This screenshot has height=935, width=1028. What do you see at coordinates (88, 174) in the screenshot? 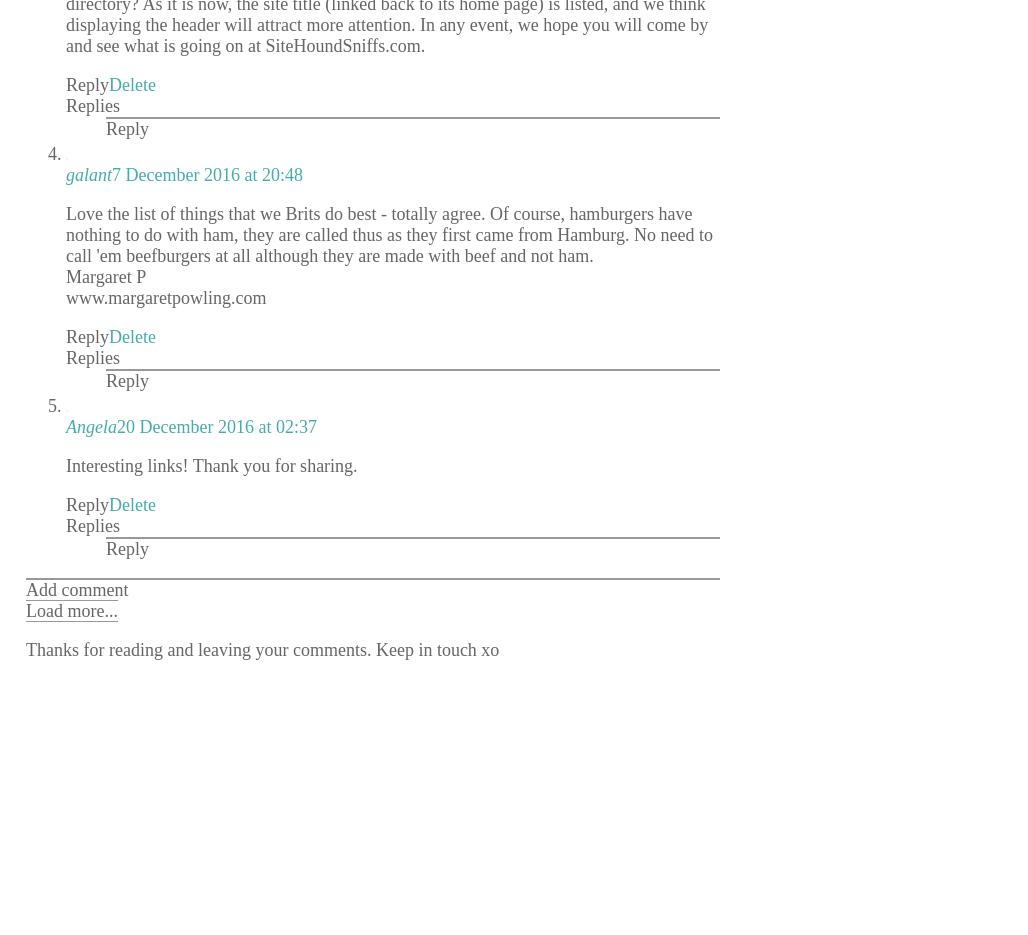
I see `'galant'` at bounding box center [88, 174].